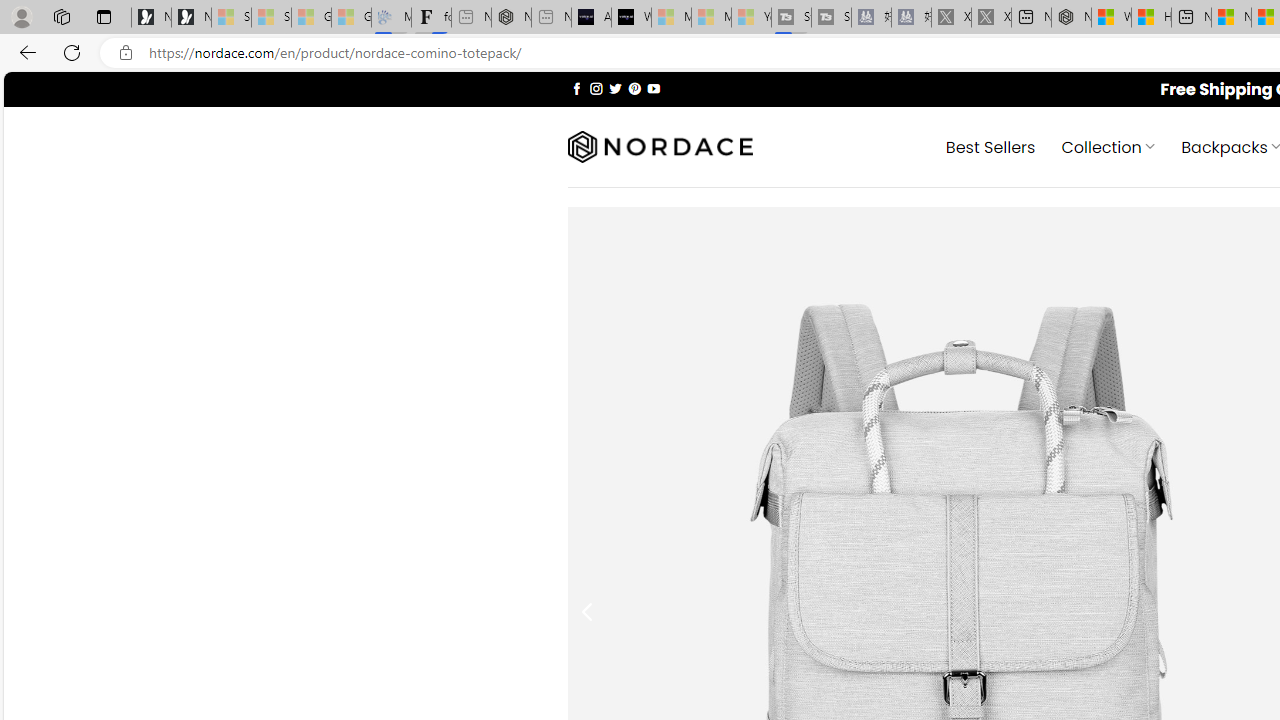 Image resolution: width=1280 pixels, height=720 pixels. Describe the element at coordinates (790, 17) in the screenshot. I see `'Streaming Coverage | T3 - Sleeping'` at that location.